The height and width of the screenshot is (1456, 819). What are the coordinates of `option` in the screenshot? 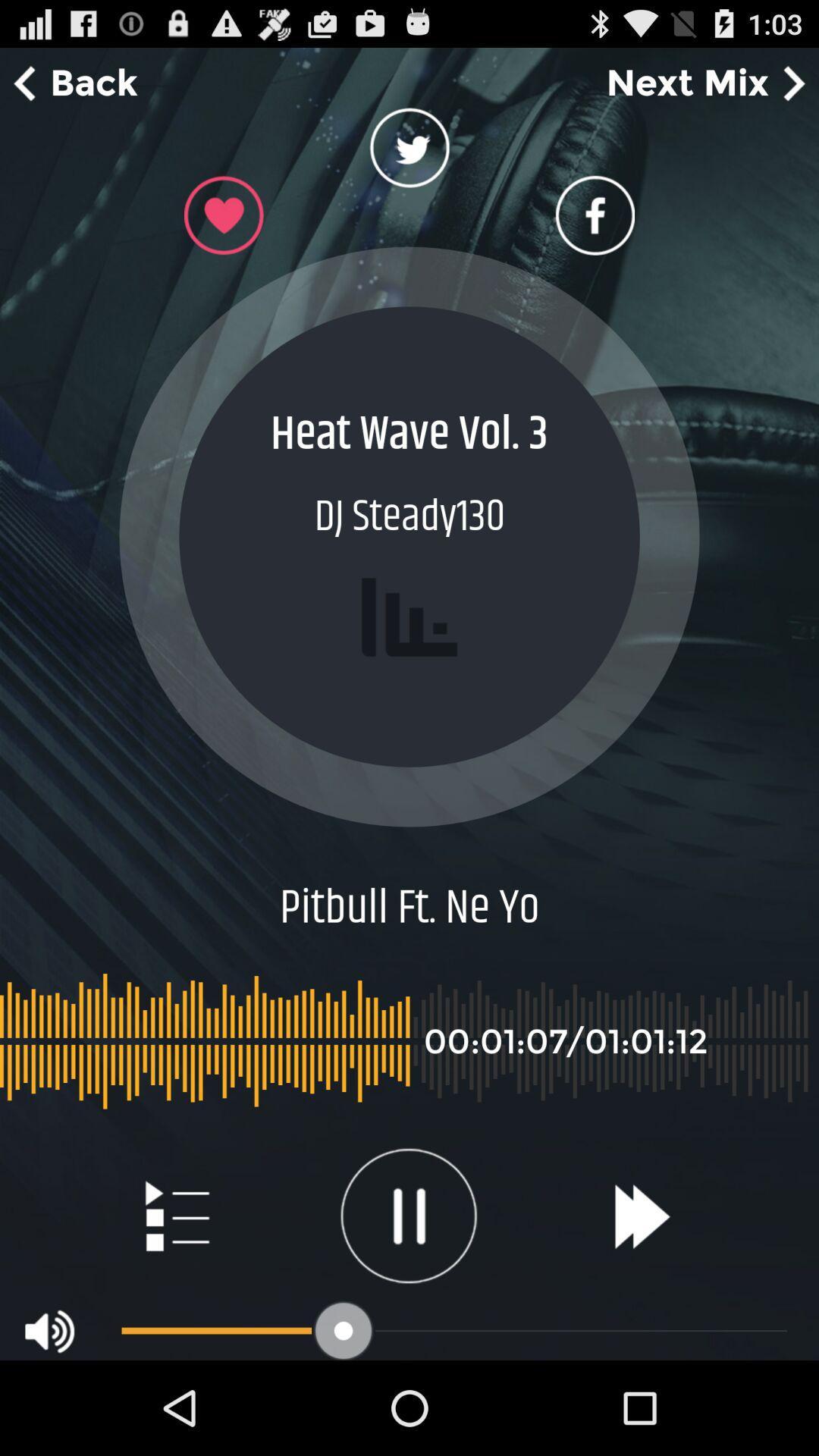 It's located at (224, 215).